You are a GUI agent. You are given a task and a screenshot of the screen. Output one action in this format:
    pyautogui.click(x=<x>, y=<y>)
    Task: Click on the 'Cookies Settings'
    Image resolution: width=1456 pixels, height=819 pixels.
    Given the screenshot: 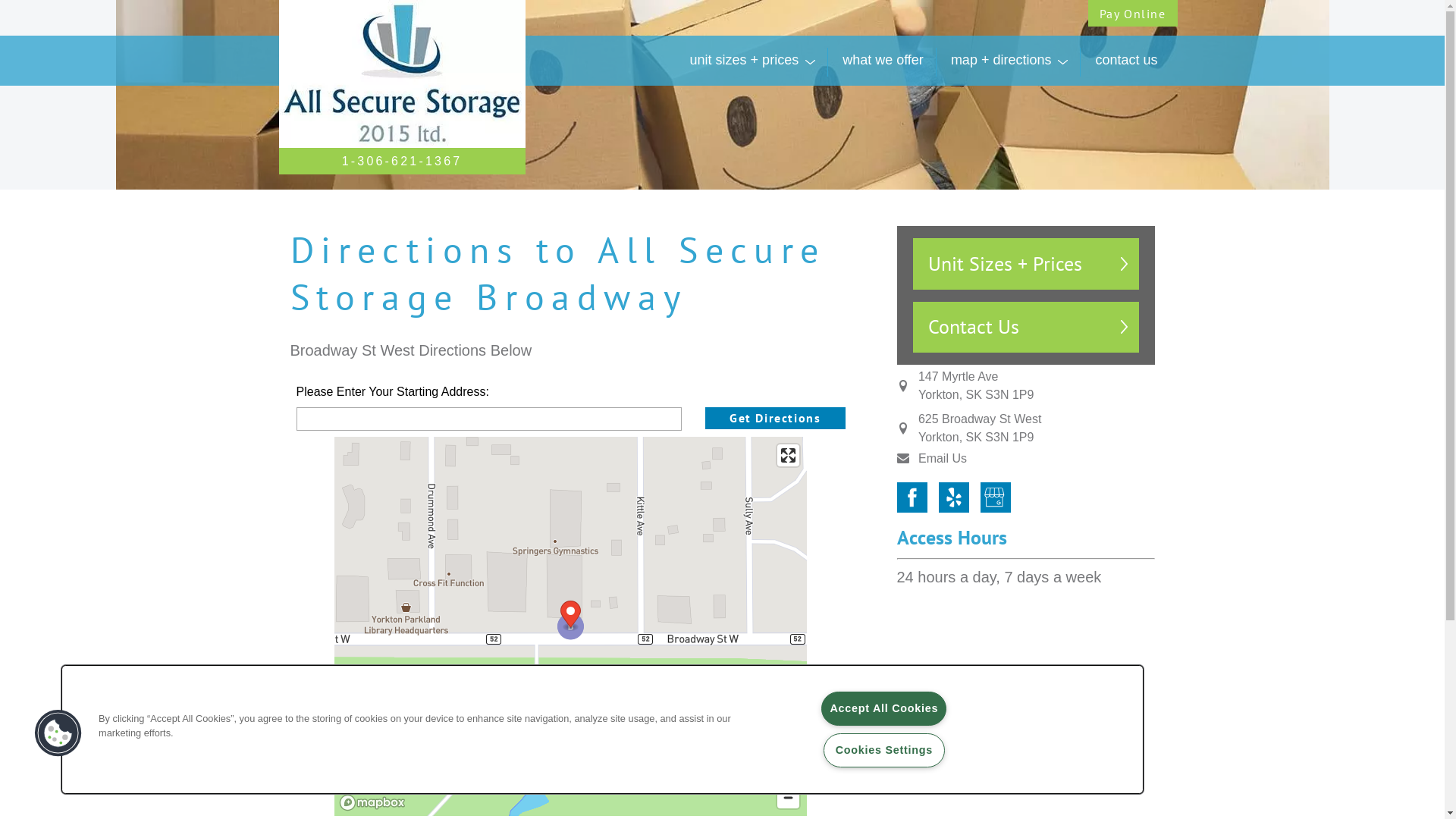 What is the action you would take?
    pyautogui.click(x=884, y=749)
    